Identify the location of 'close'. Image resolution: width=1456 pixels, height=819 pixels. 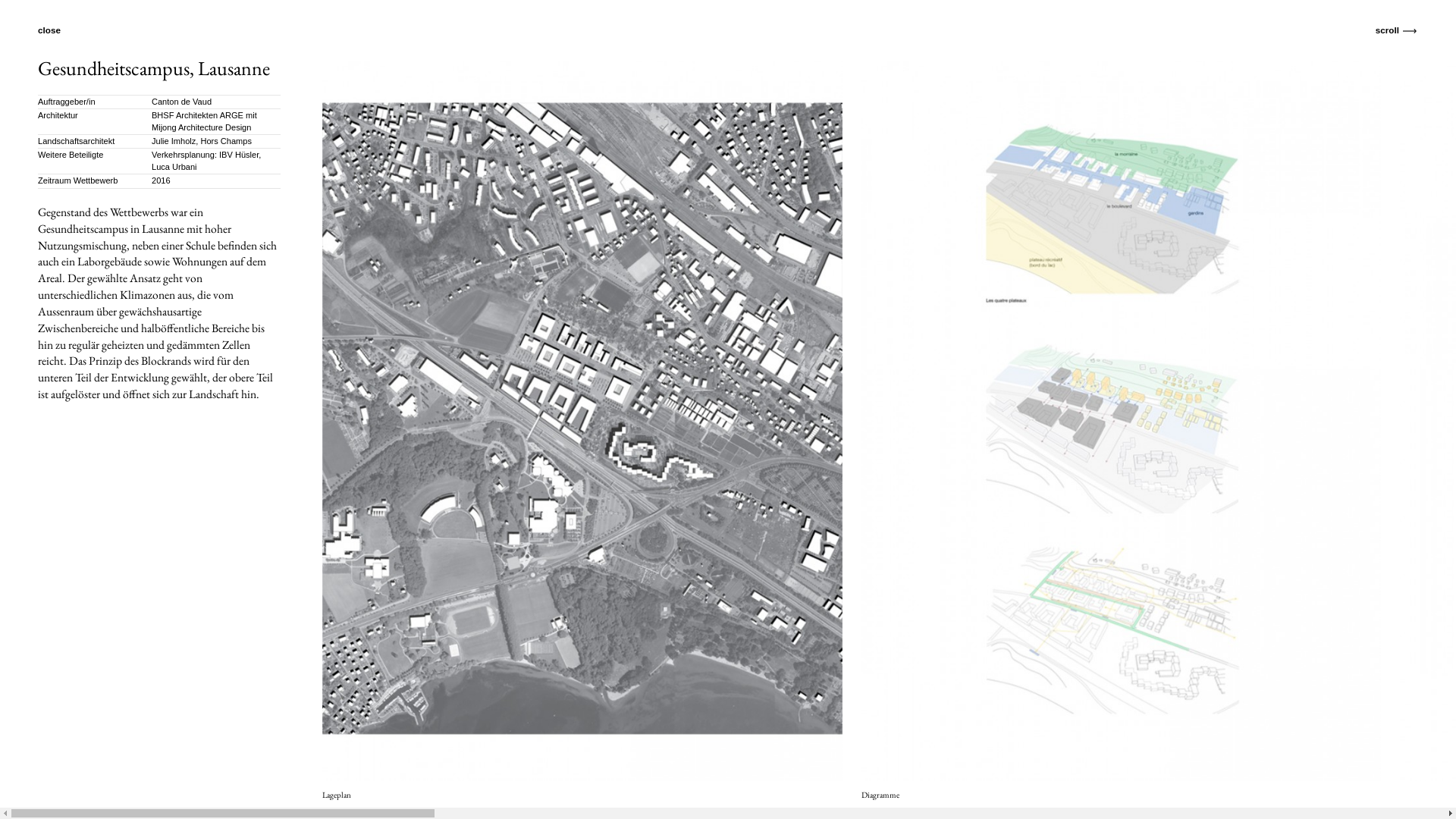
(57, 30).